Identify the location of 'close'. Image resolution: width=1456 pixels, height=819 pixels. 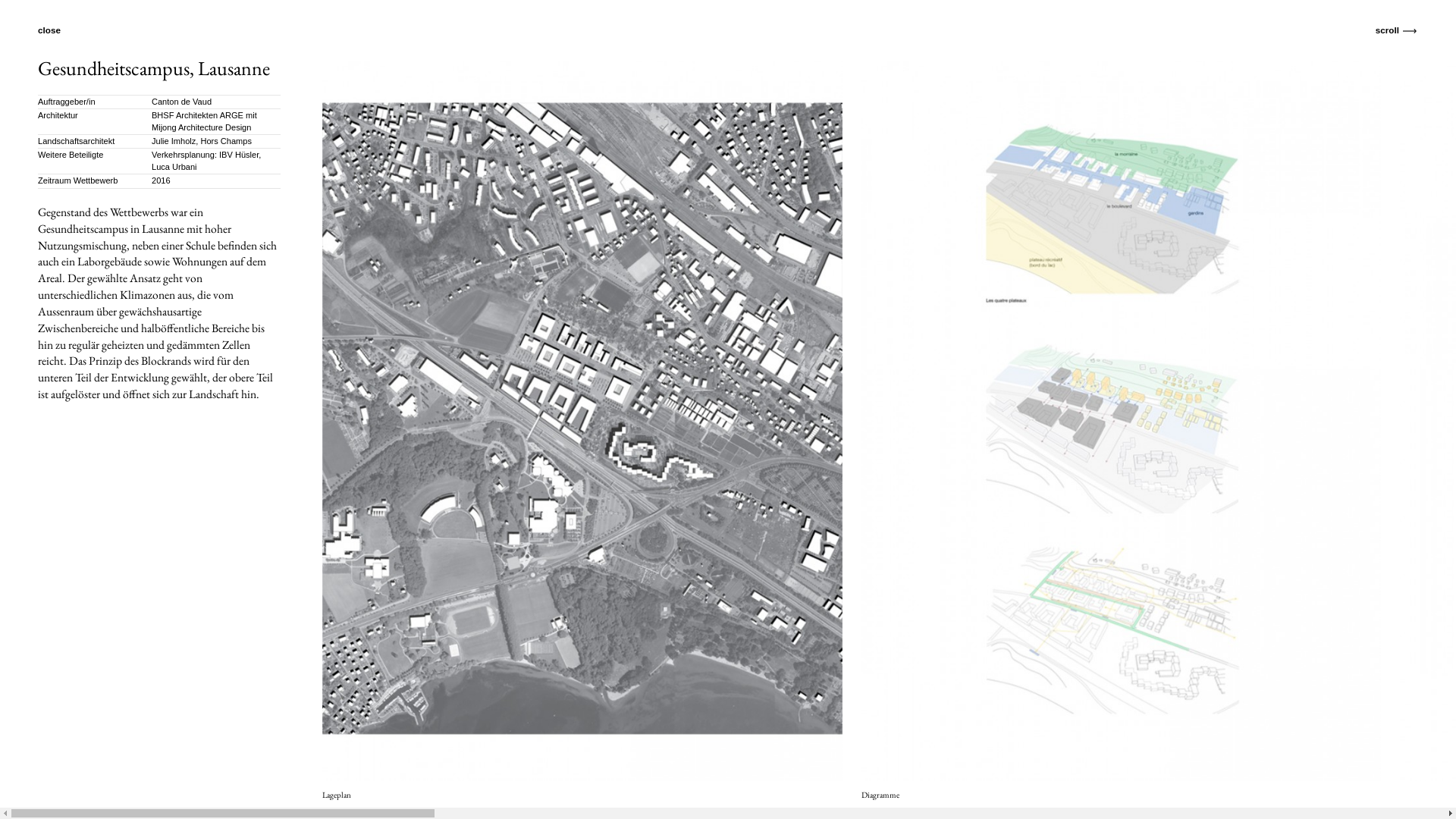
(57, 30).